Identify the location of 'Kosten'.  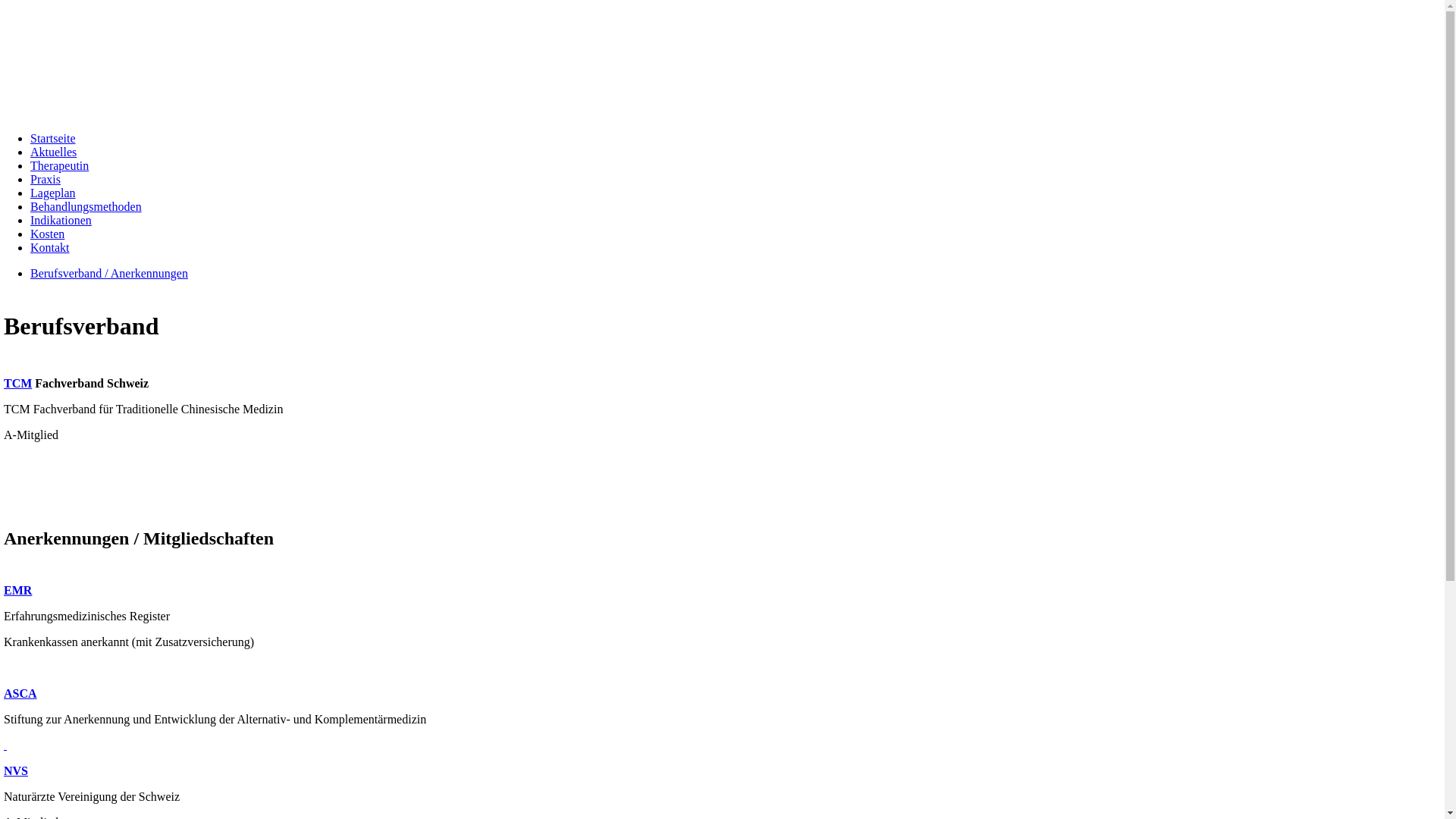
(47, 234).